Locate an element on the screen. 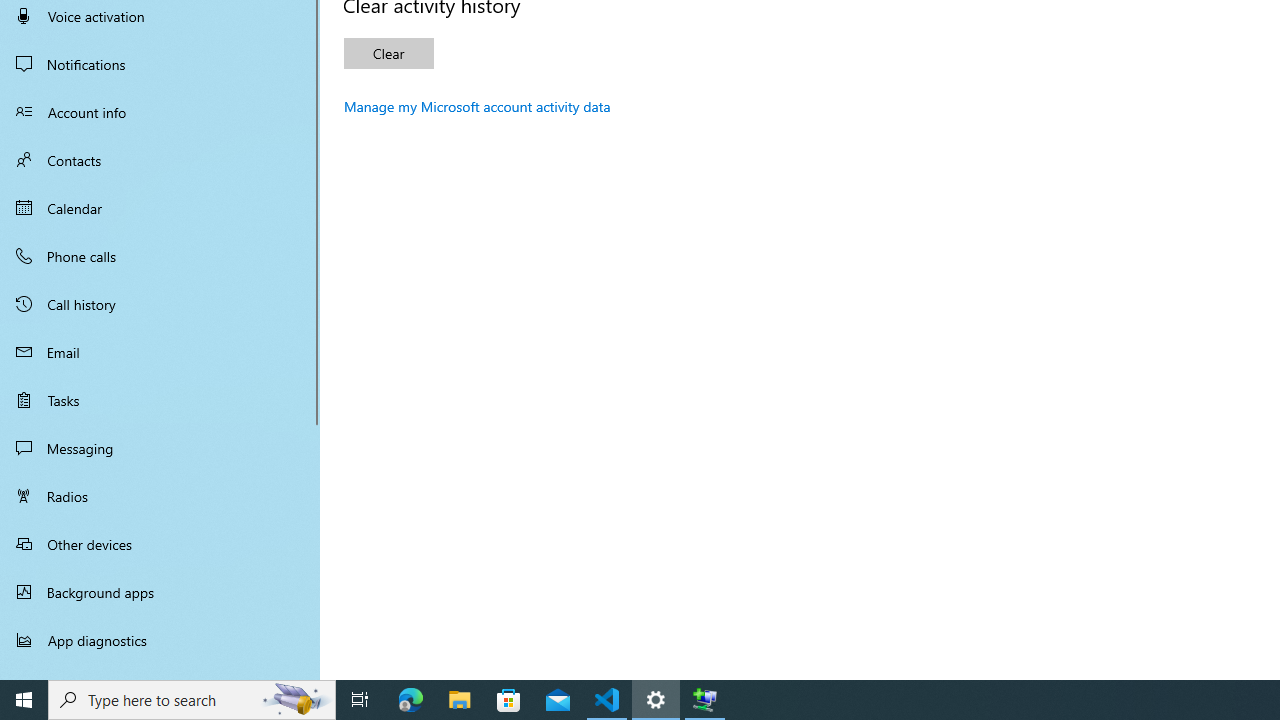 The height and width of the screenshot is (720, 1280). 'Calendar' is located at coordinates (160, 208).